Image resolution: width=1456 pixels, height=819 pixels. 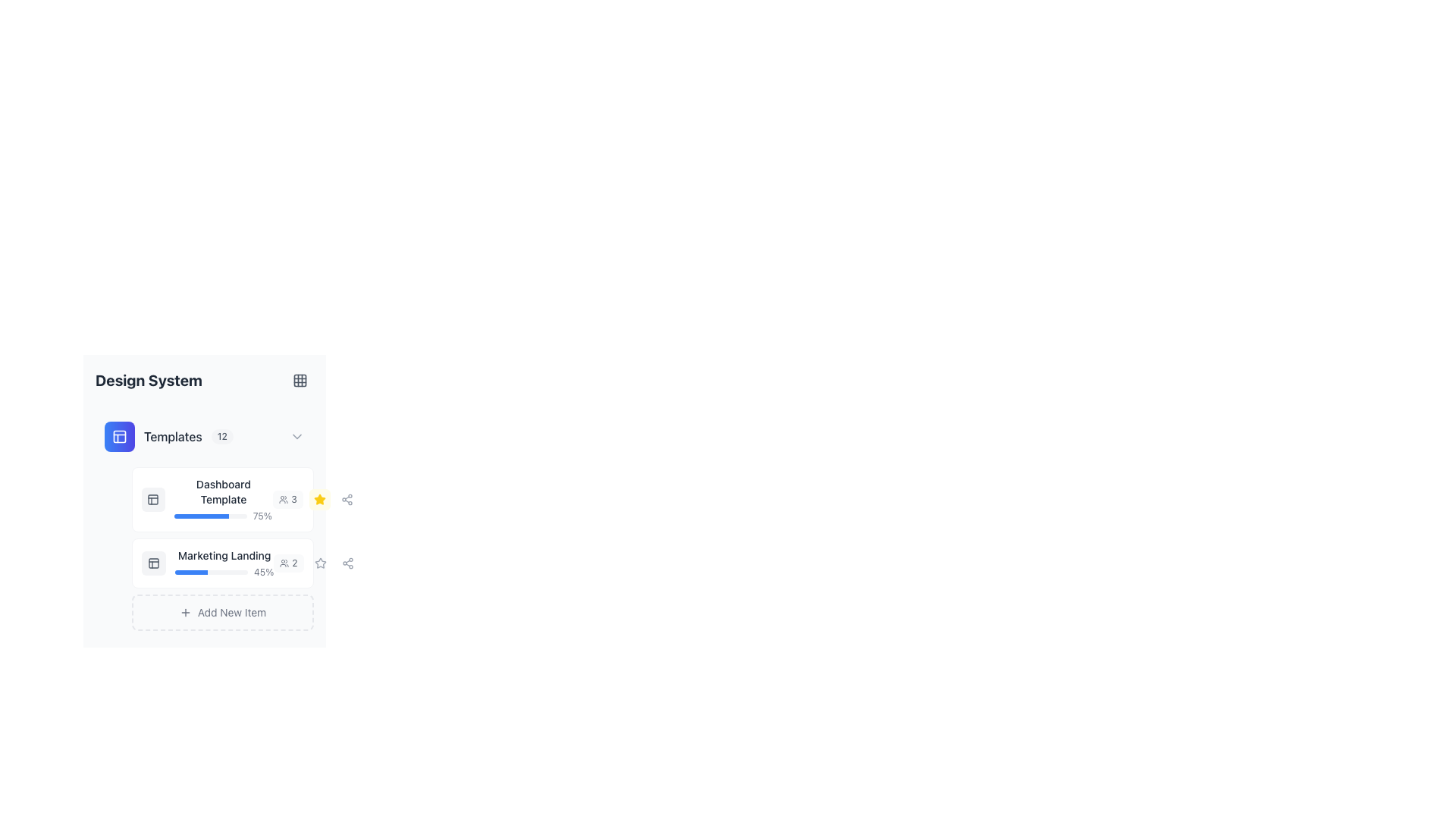 What do you see at coordinates (294, 500) in the screenshot?
I see `the informational Text Label that indicates a numerical count, located at the rightmost side within a horizontally aligned group of elements in the second row of a list of items` at bounding box center [294, 500].